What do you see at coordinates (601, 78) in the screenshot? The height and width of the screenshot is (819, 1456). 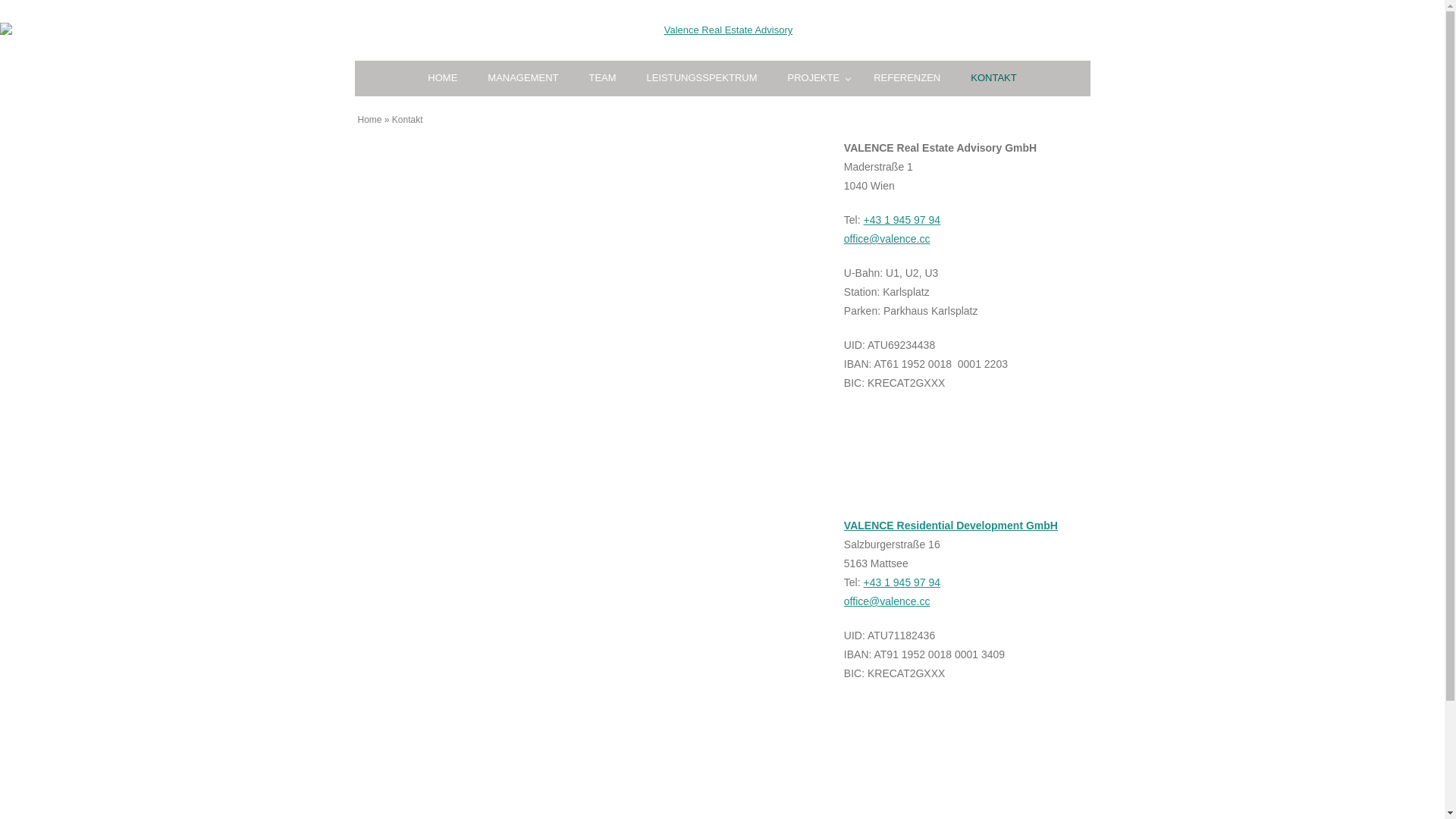 I see `'TEAM'` at bounding box center [601, 78].